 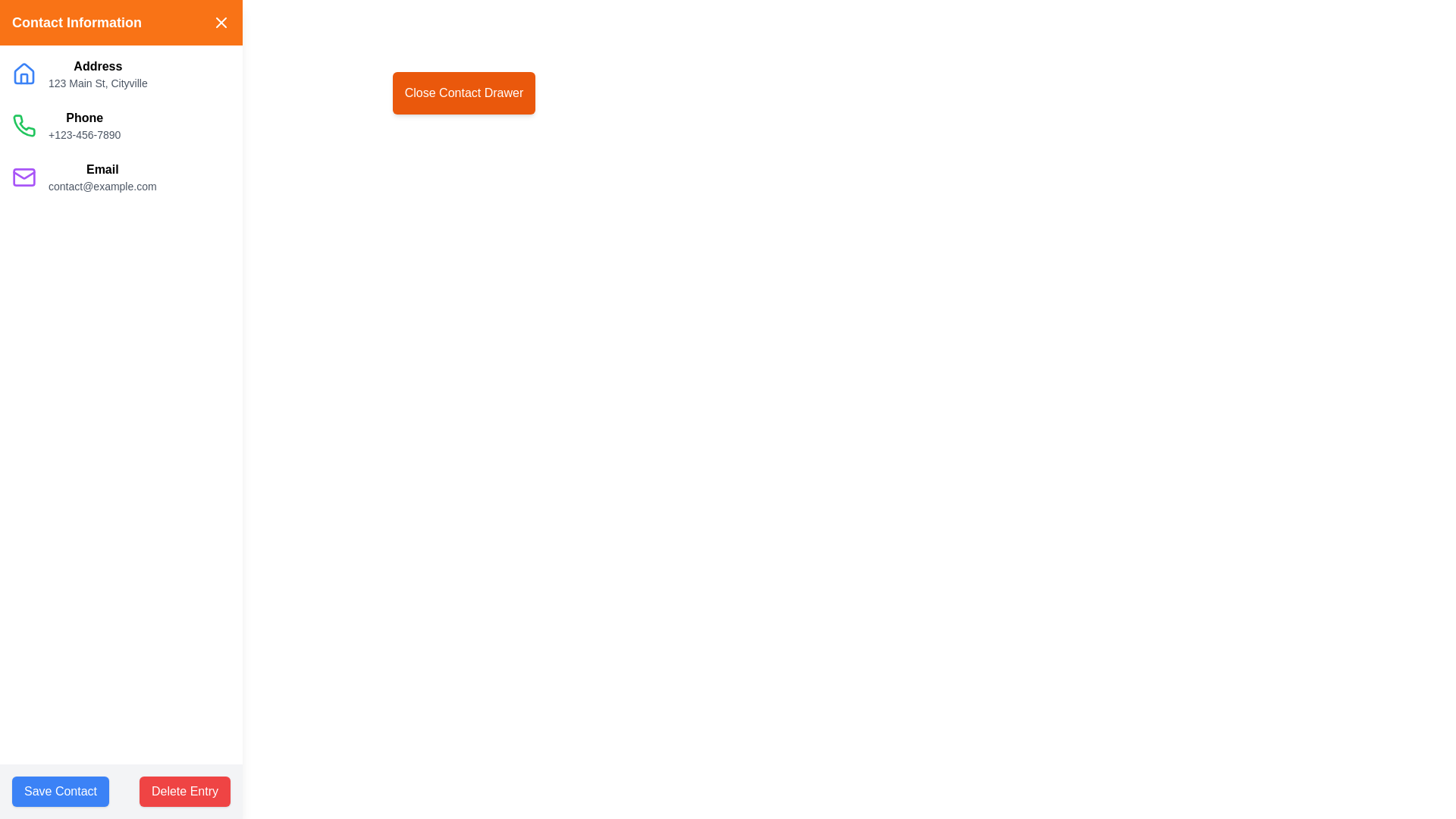 What do you see at coordinates (102, 186) in the screenshot?
I see `the static text label displaying the email address 'contact@example.com' located below the 'Email' label in the 'Contact Information' section` at bounding box center [102, 186].